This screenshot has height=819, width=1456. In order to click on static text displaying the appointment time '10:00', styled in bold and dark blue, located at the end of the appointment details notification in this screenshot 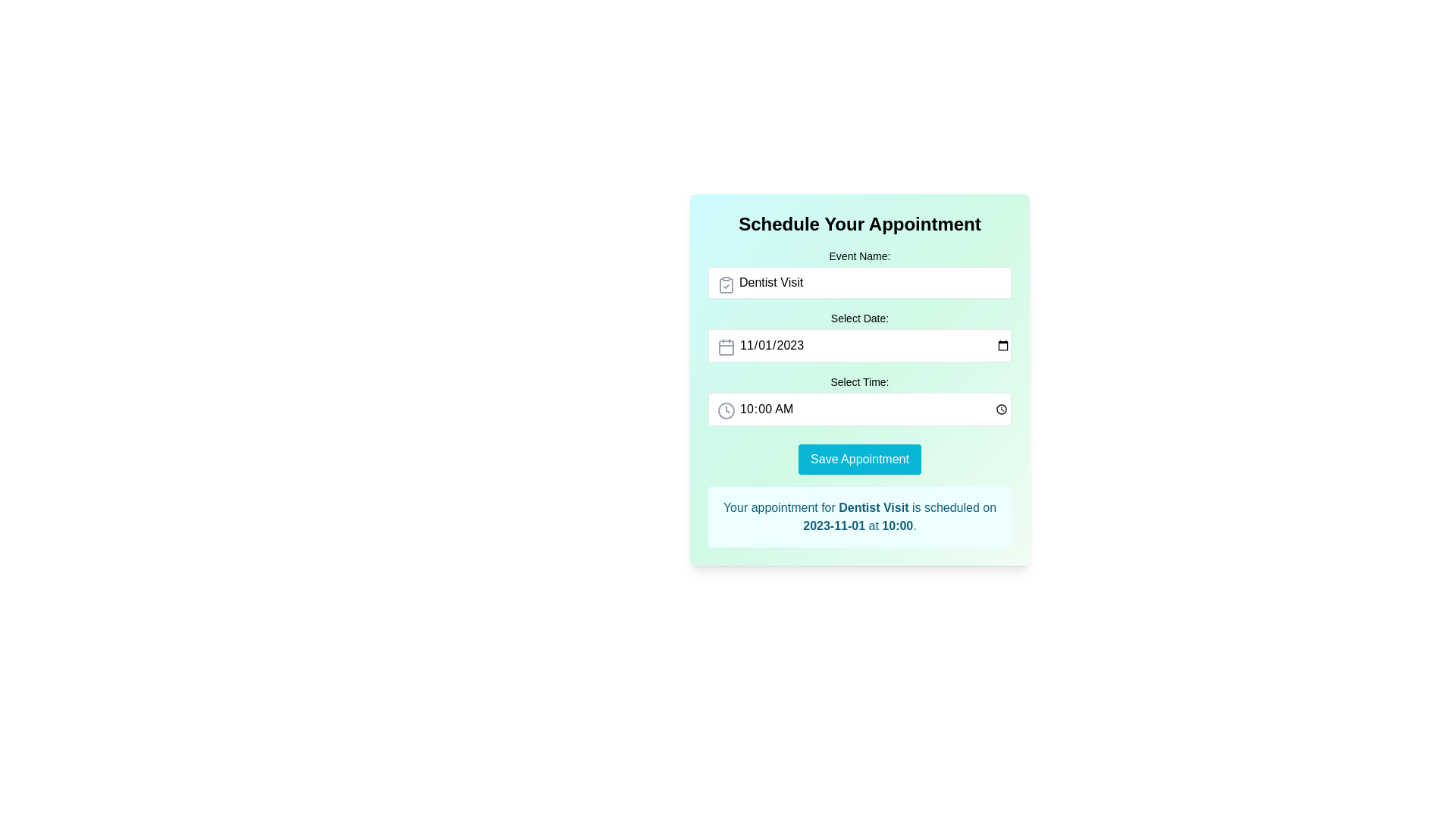, I will do `click(897, 525)`.